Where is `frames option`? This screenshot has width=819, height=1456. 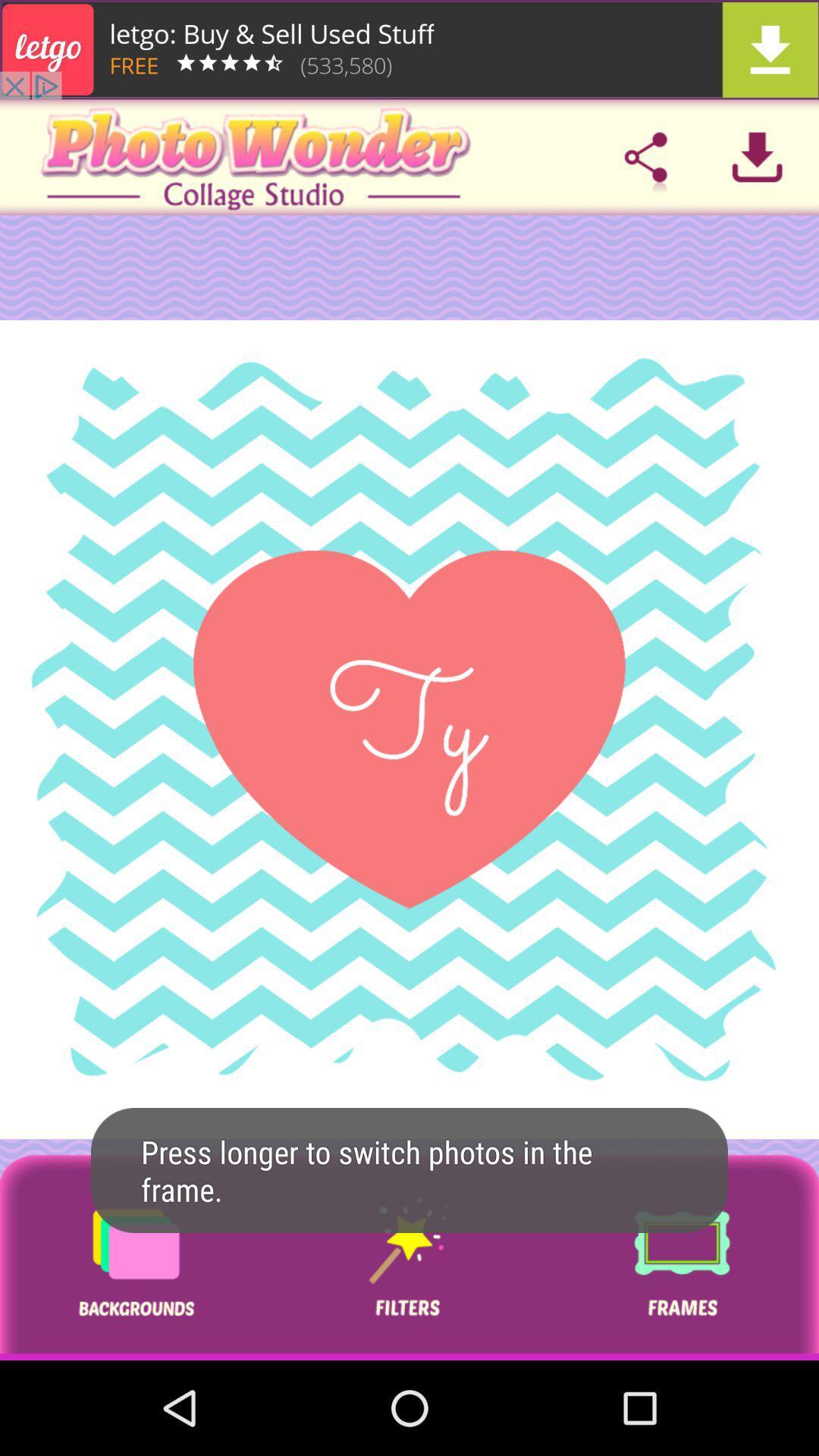
frames option is located at coordinates (681, 1257).